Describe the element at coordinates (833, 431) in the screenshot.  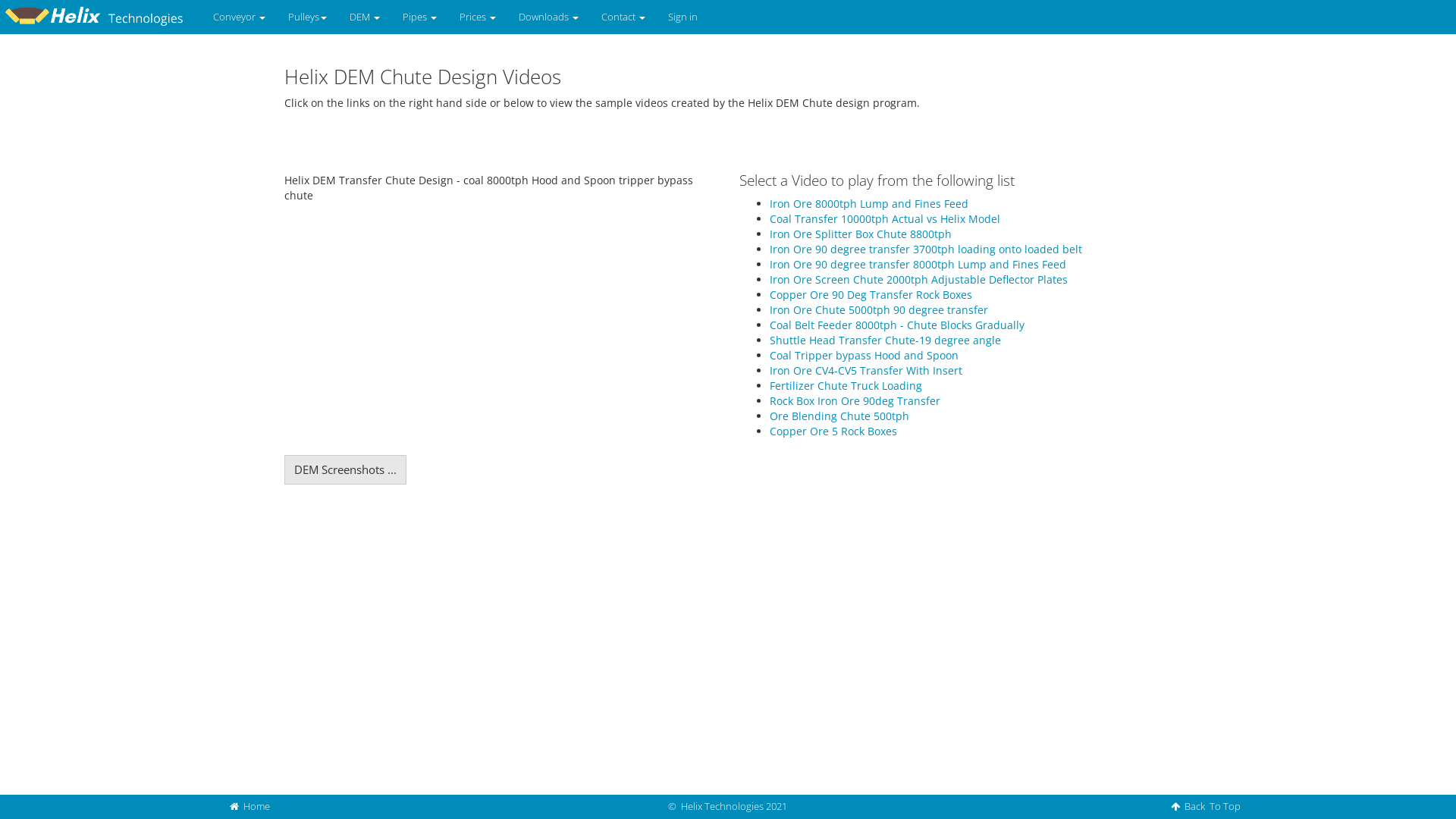
I see `'Copper Ore 5 Rock Boxes'` at that location.